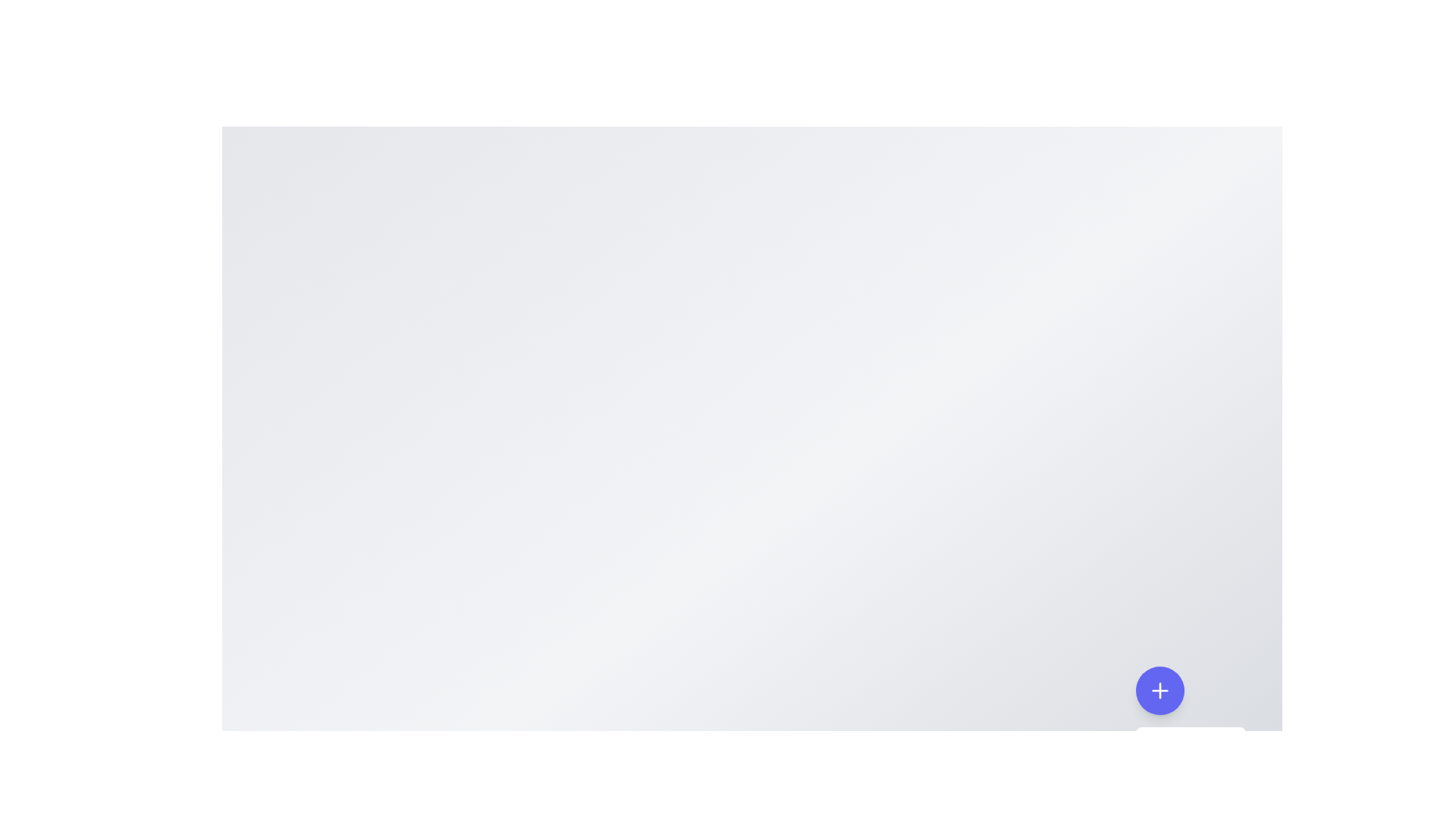 This screenshot has height=819, width=1456. I want to click on the toggle button to toggle the visibility of the speed dial menu, so click(1159, 690).